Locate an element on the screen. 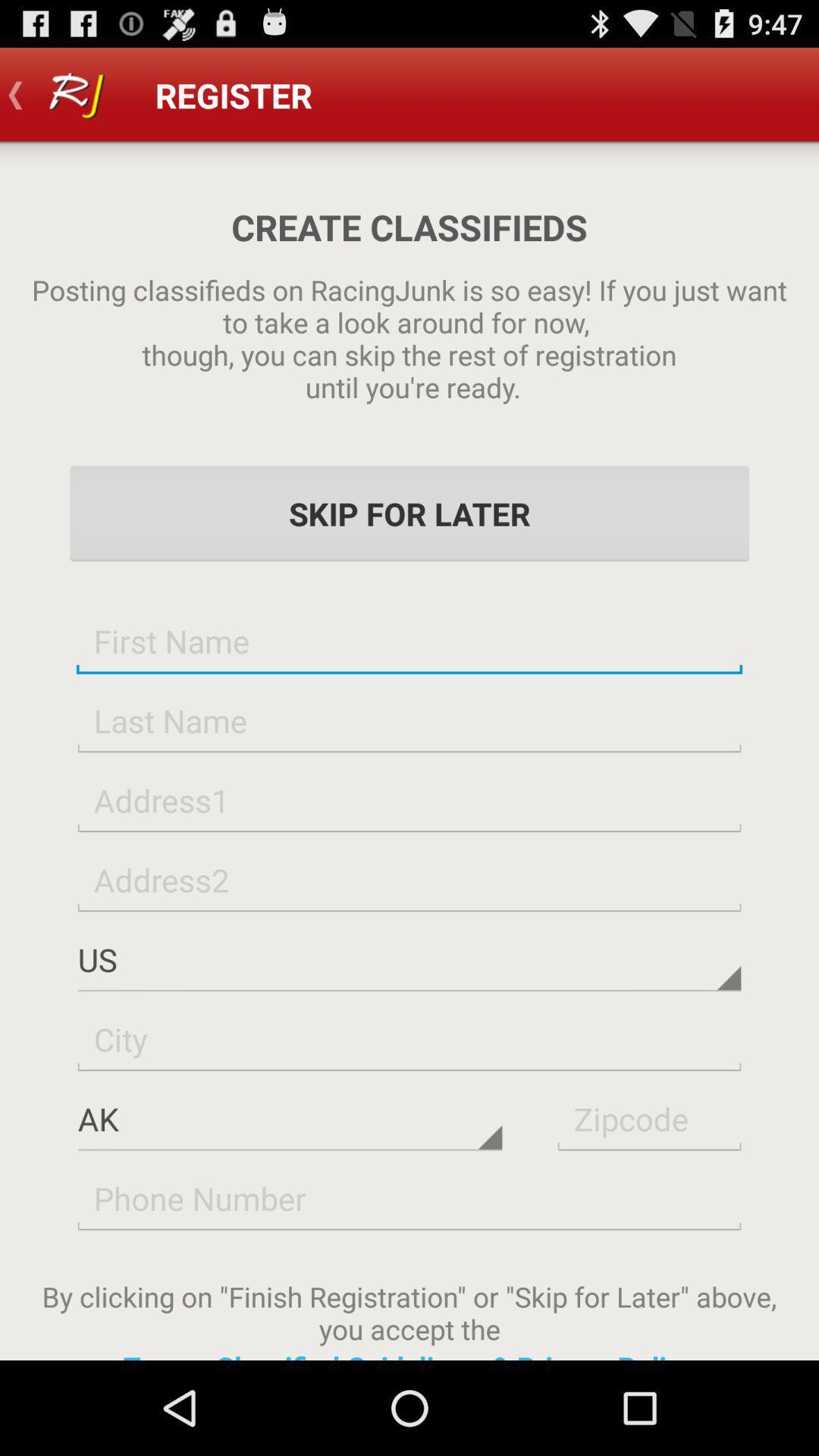  address is located at coordinates (409, 799).